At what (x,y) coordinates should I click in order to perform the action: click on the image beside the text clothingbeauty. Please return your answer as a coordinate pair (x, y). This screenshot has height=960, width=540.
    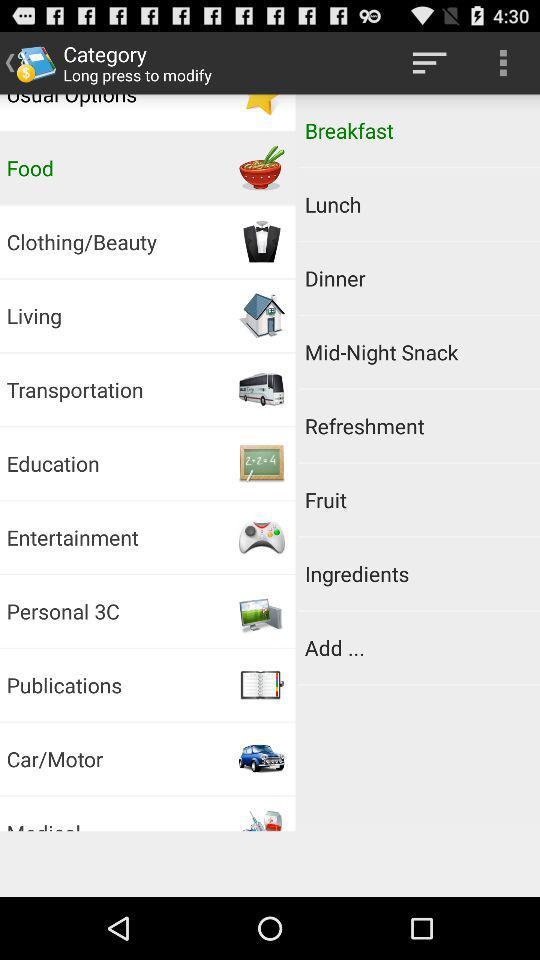
    Looking at the image, I should click on (262, 241).